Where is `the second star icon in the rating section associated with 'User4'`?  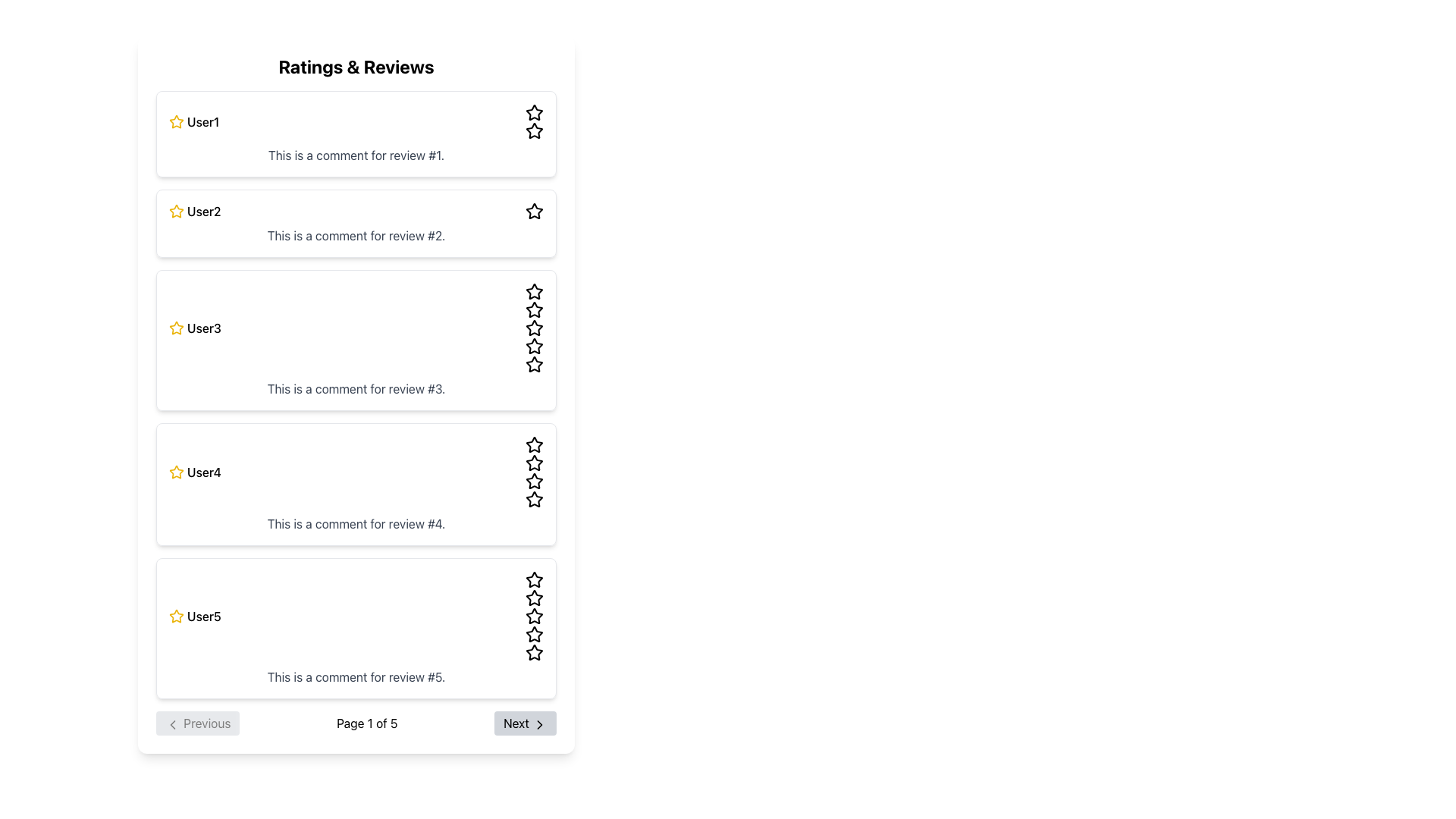
the second star icon in the rating section associated with 'User4' is located at coordinates (535, 481).